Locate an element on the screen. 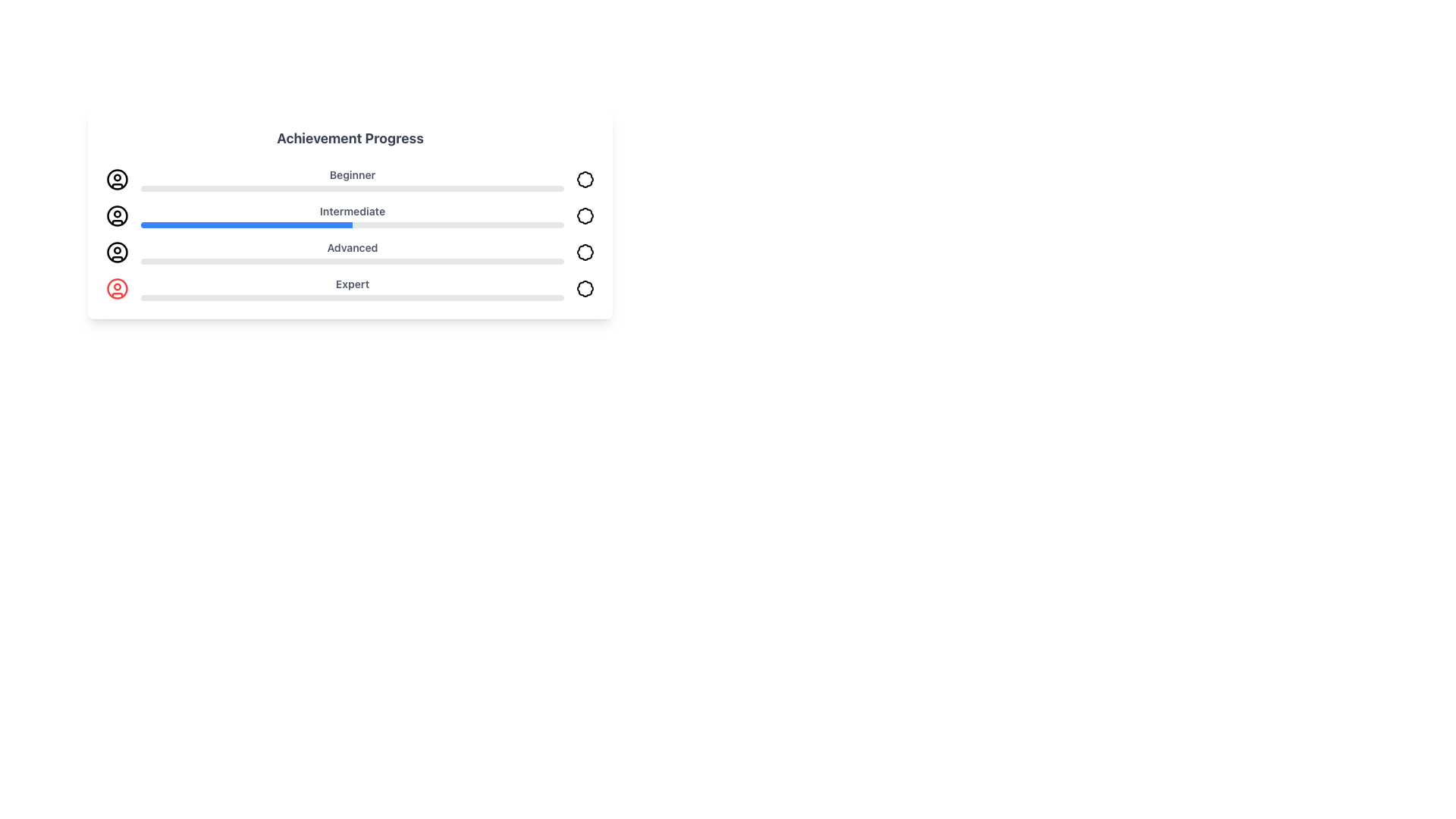 The image size is (1456, 819). the Badge graphic element located in the fourth row labeled 'Advanced' on the far right side adjacent to a horizontal bar is located at coordinates (585, 251).